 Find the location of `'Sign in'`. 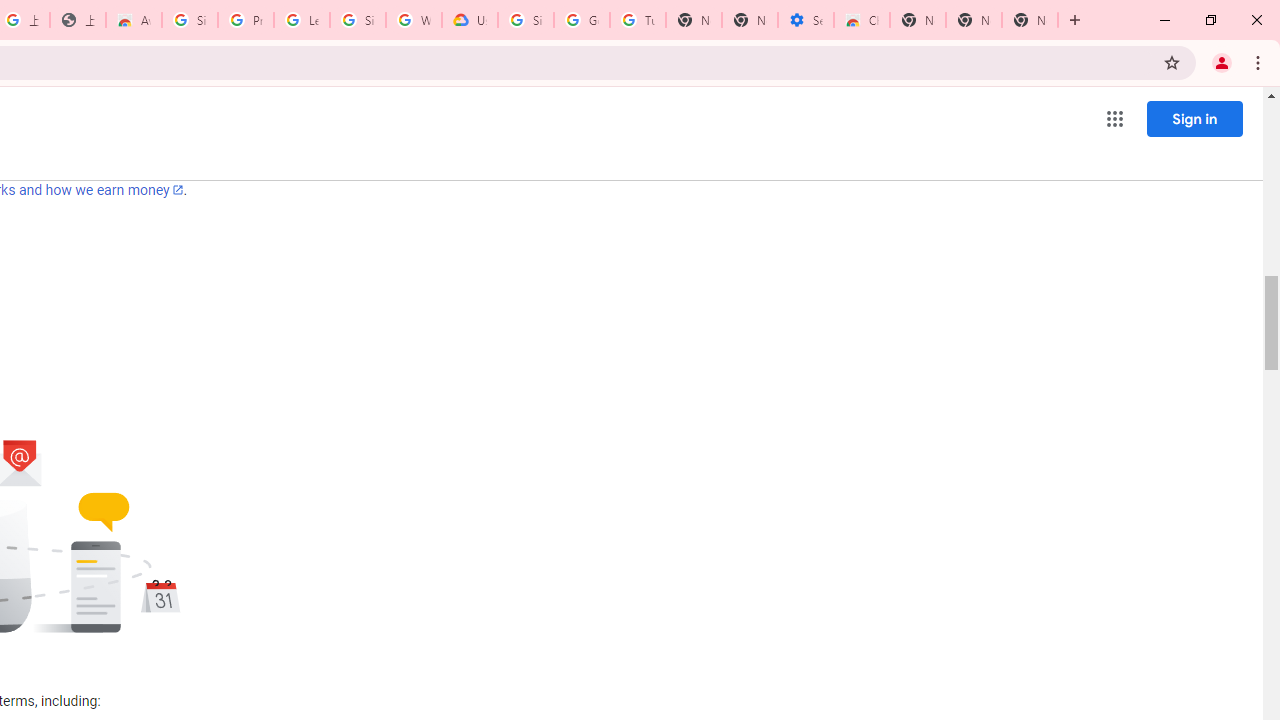

'Sign in' is located at coordinates (1194, 118).